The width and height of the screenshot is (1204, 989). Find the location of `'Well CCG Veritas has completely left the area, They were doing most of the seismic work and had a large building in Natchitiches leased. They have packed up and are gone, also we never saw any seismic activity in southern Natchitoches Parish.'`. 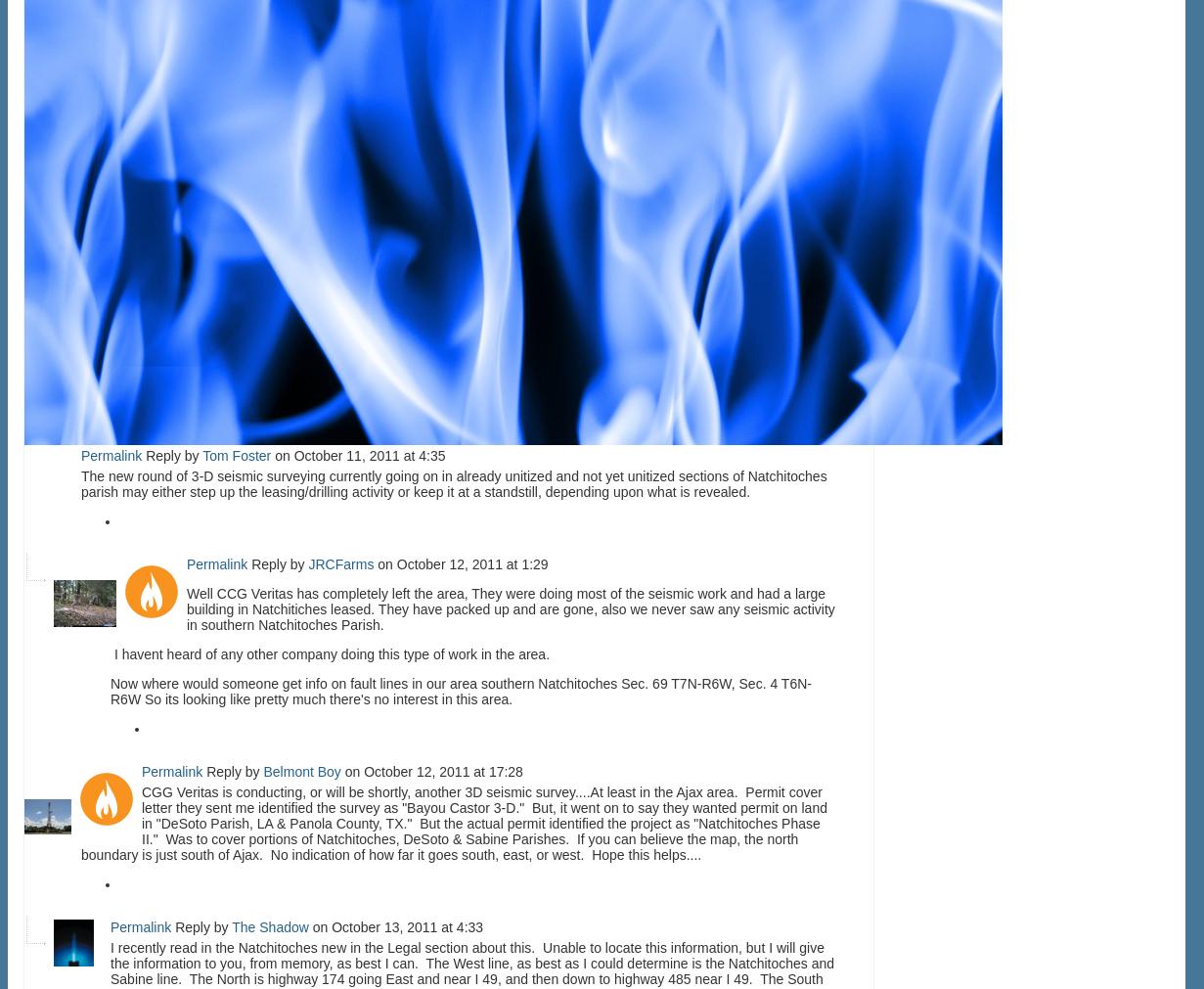

'Well CCG Veritas has completely left the area, They were doing most of the seismic work and had a large building in Natchitiches leased. They have packed up and are gone, also we never saw any seismic activity in southern Natchitoches Parish.' is located at coordinates (510, 608).